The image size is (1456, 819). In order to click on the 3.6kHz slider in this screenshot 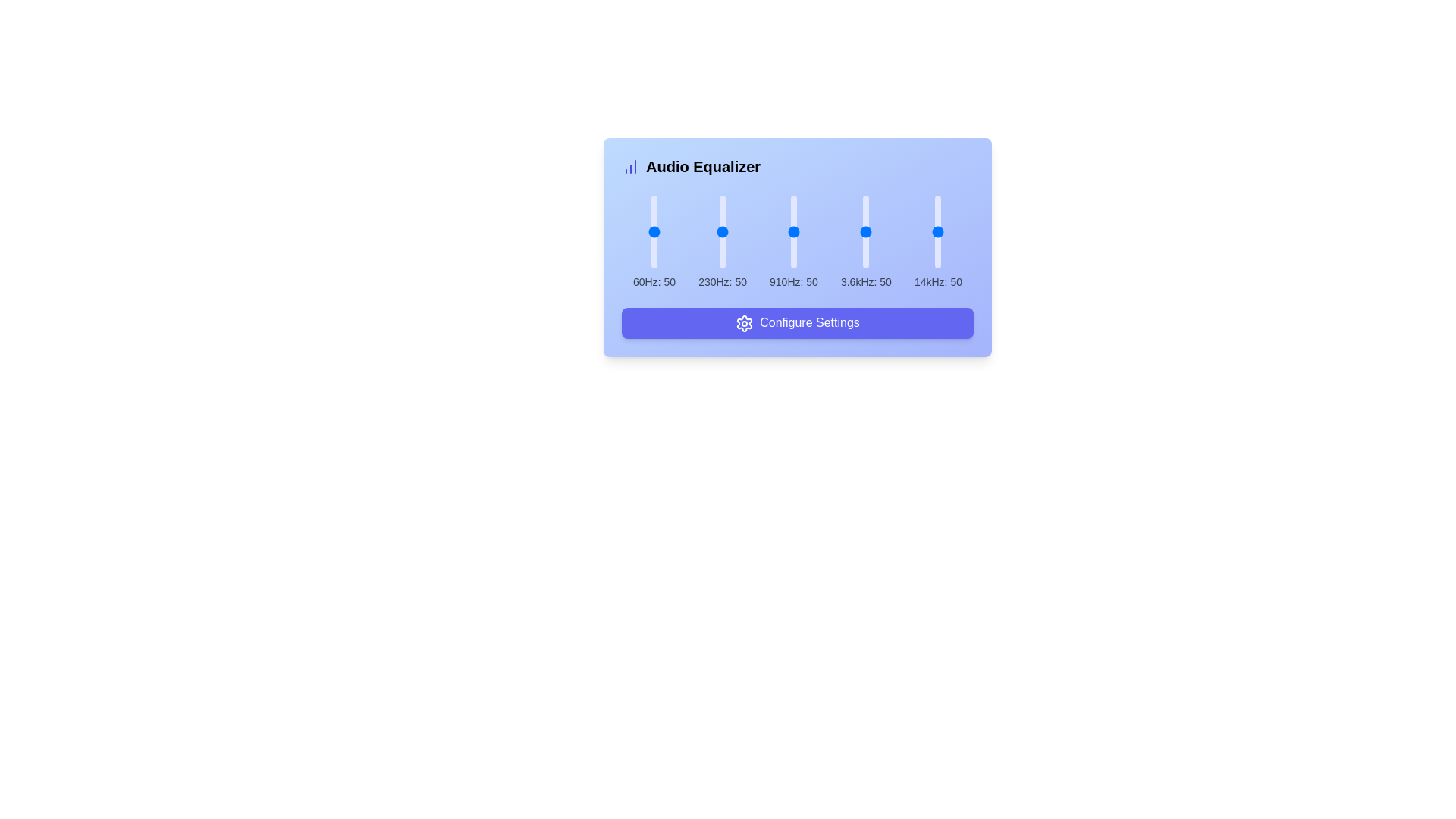, I will do `click(866, 219)`.